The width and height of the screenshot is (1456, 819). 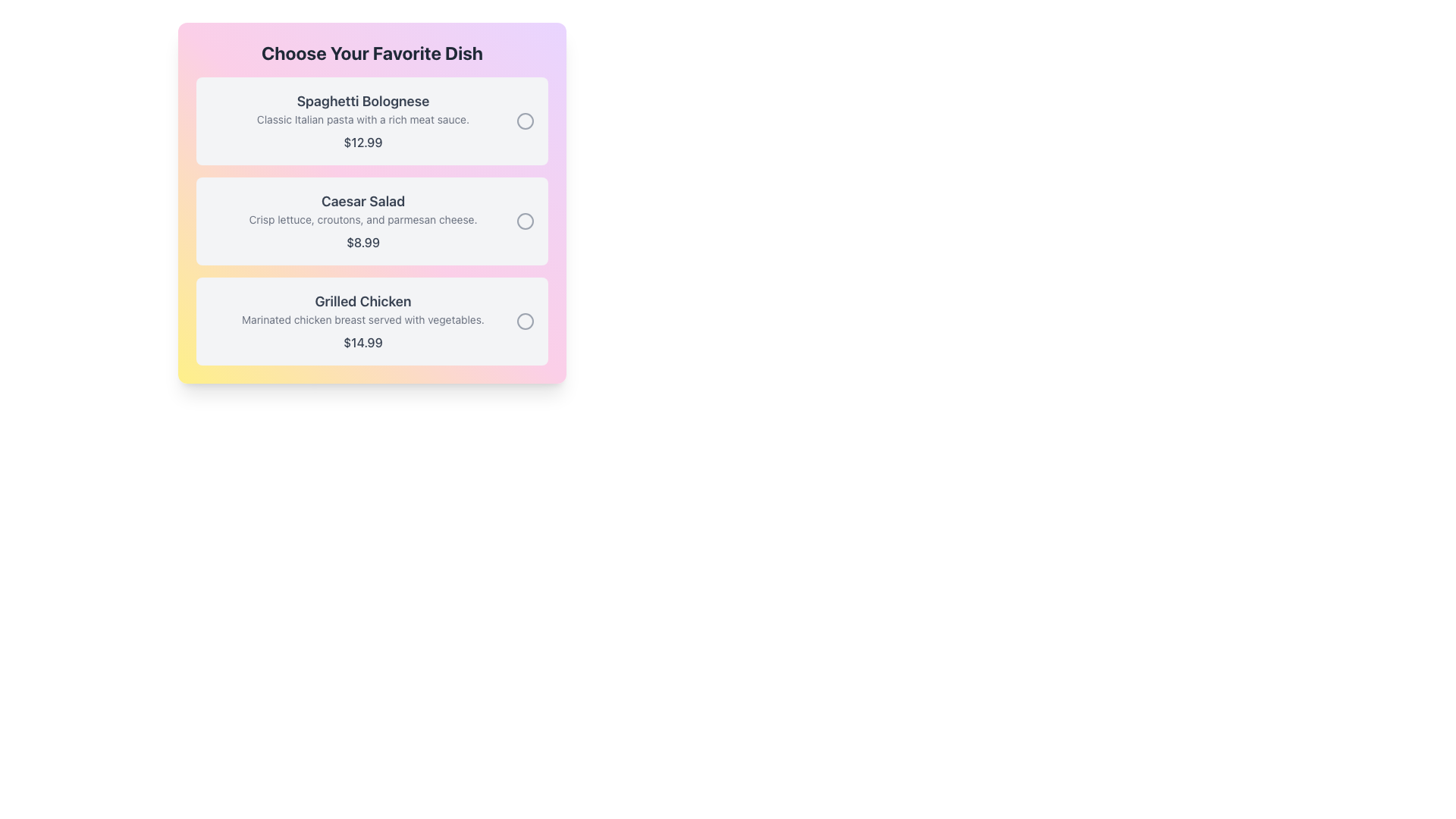 I want to click on the circular indicator (radio button) located on the right side of the 'Spaghetti Bolognese' option, so click(x=525, y=120).